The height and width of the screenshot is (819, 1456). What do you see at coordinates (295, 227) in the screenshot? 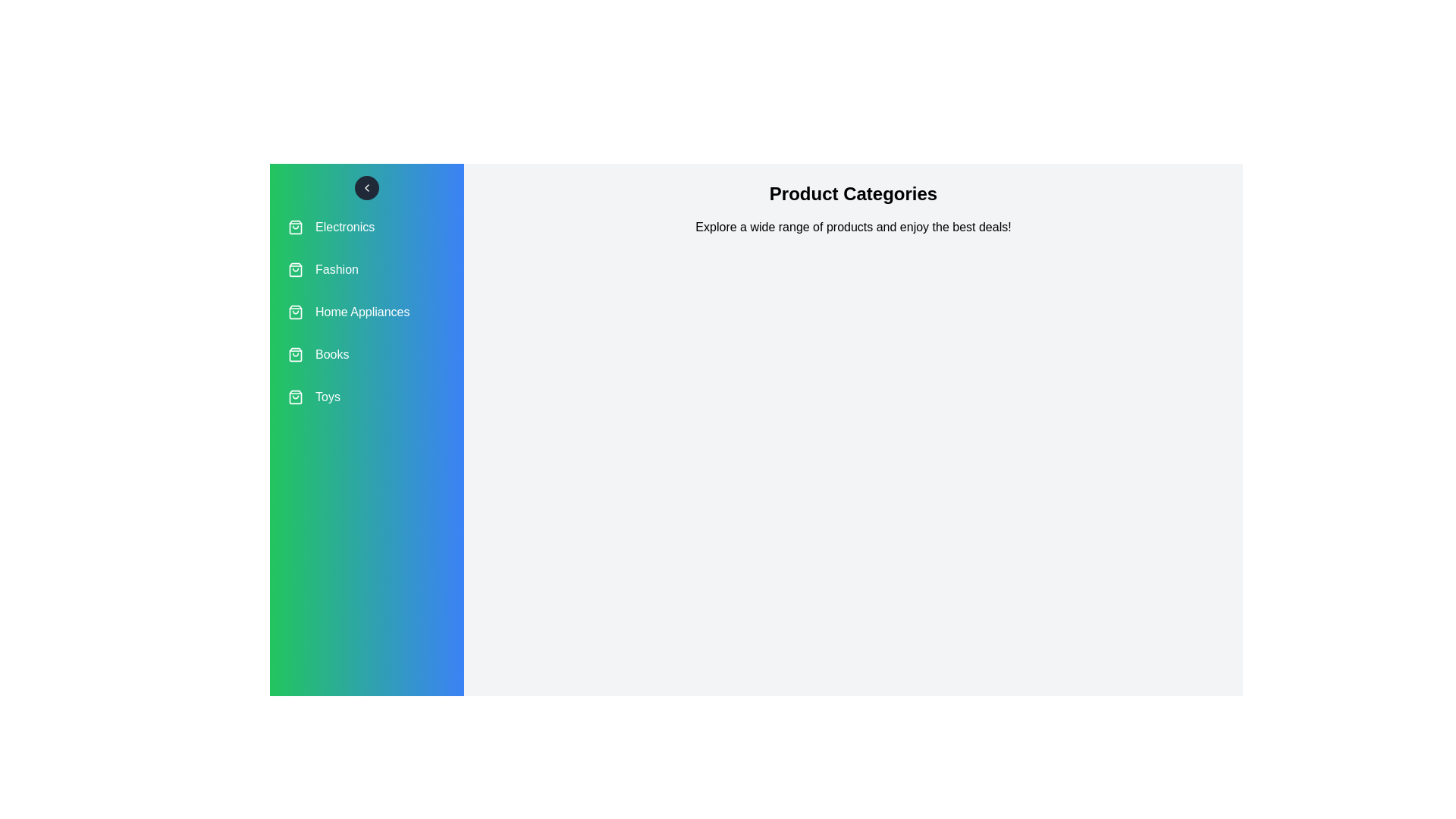
I see `the icon associated with the category Electronics` at bounding box center [295, 227].